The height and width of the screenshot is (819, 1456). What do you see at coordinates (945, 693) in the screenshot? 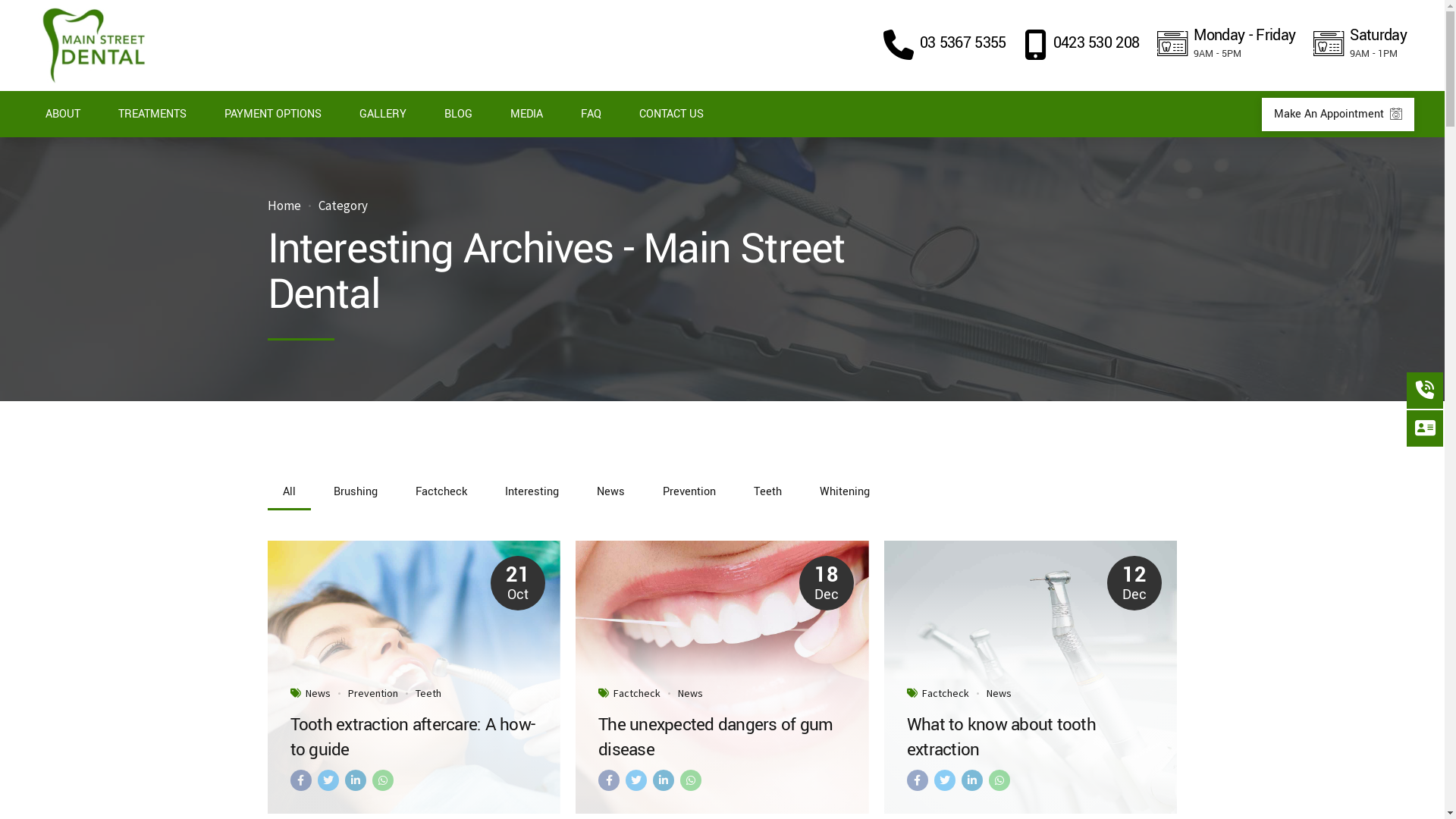
I see `'Factcheck'` at bounding box center [945, 693].